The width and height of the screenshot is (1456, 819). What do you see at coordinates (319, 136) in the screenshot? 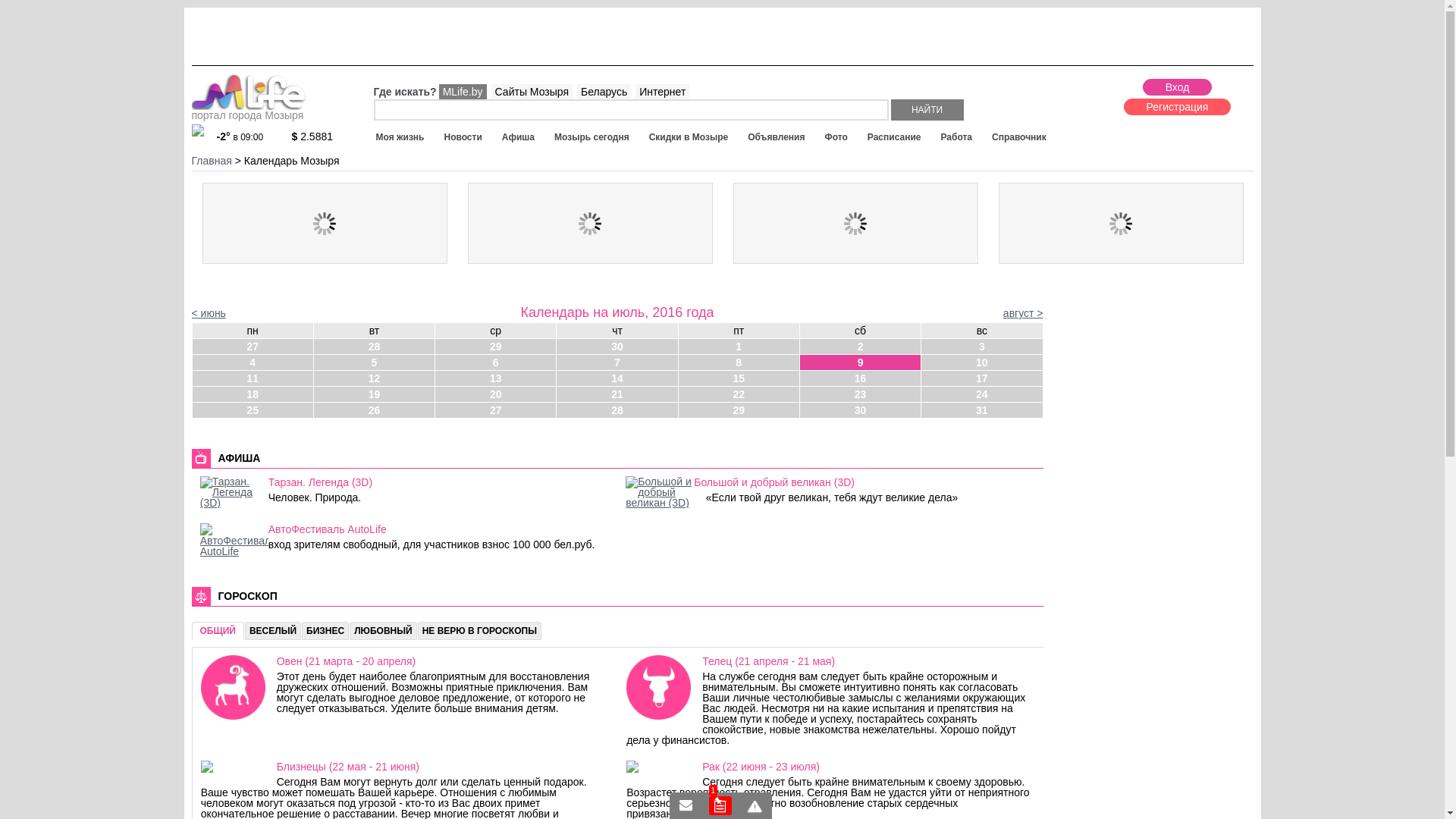
I see `'$ 2.5881'` at bounding box center [319, 136].